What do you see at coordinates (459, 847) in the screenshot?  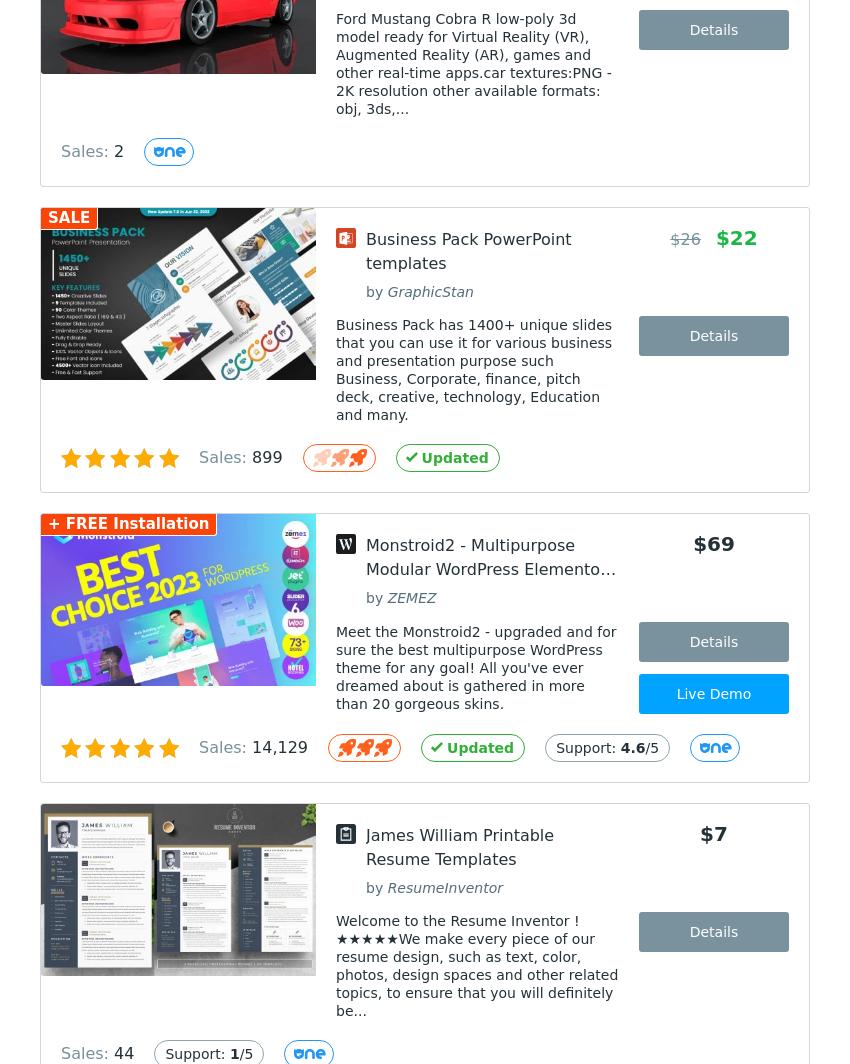 I see `'James William Printable Resume Templates'` at bounding box center [459, 847].